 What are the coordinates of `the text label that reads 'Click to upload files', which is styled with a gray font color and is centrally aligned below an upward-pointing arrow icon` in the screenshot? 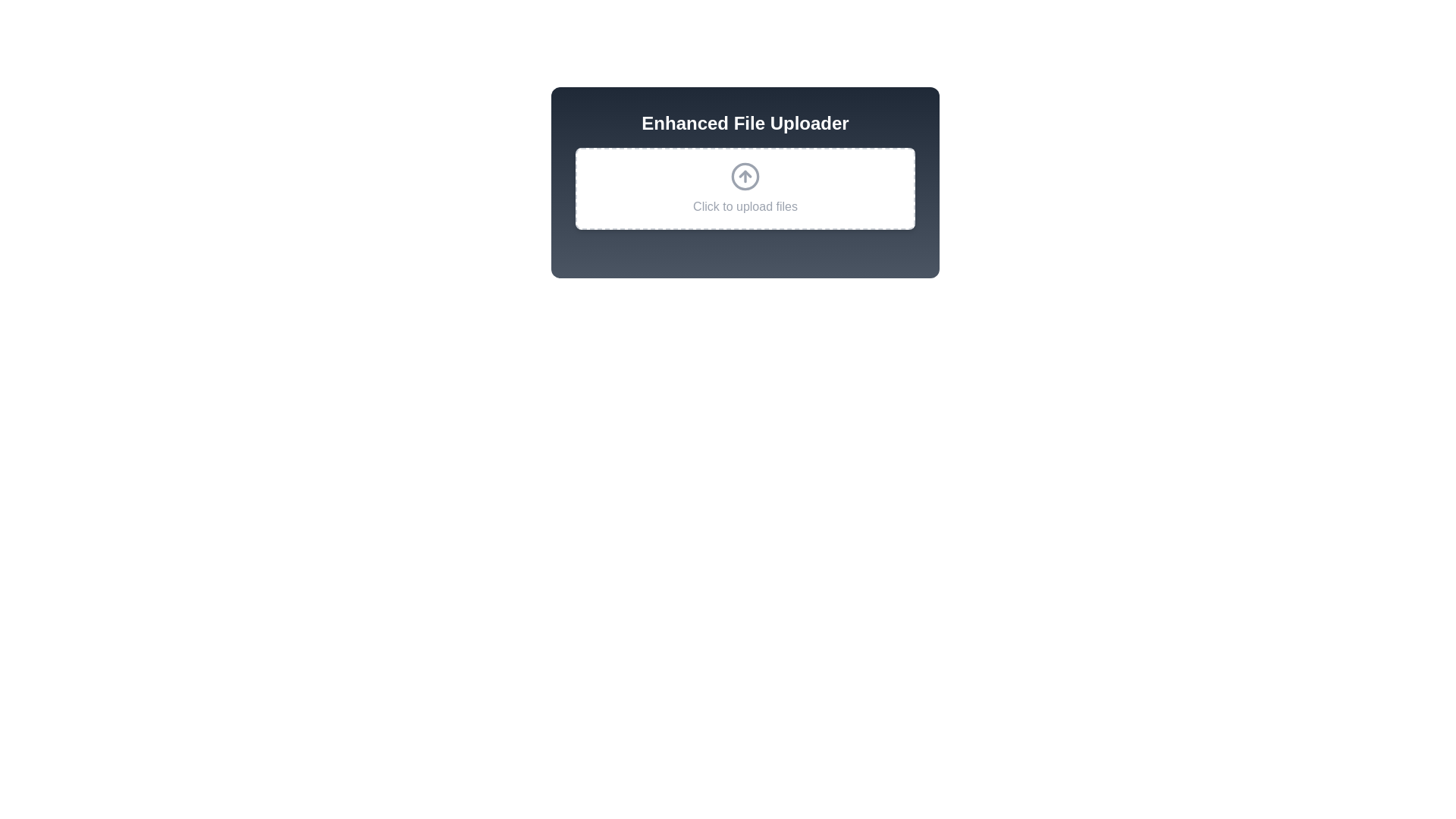 It's located at (745, 207).